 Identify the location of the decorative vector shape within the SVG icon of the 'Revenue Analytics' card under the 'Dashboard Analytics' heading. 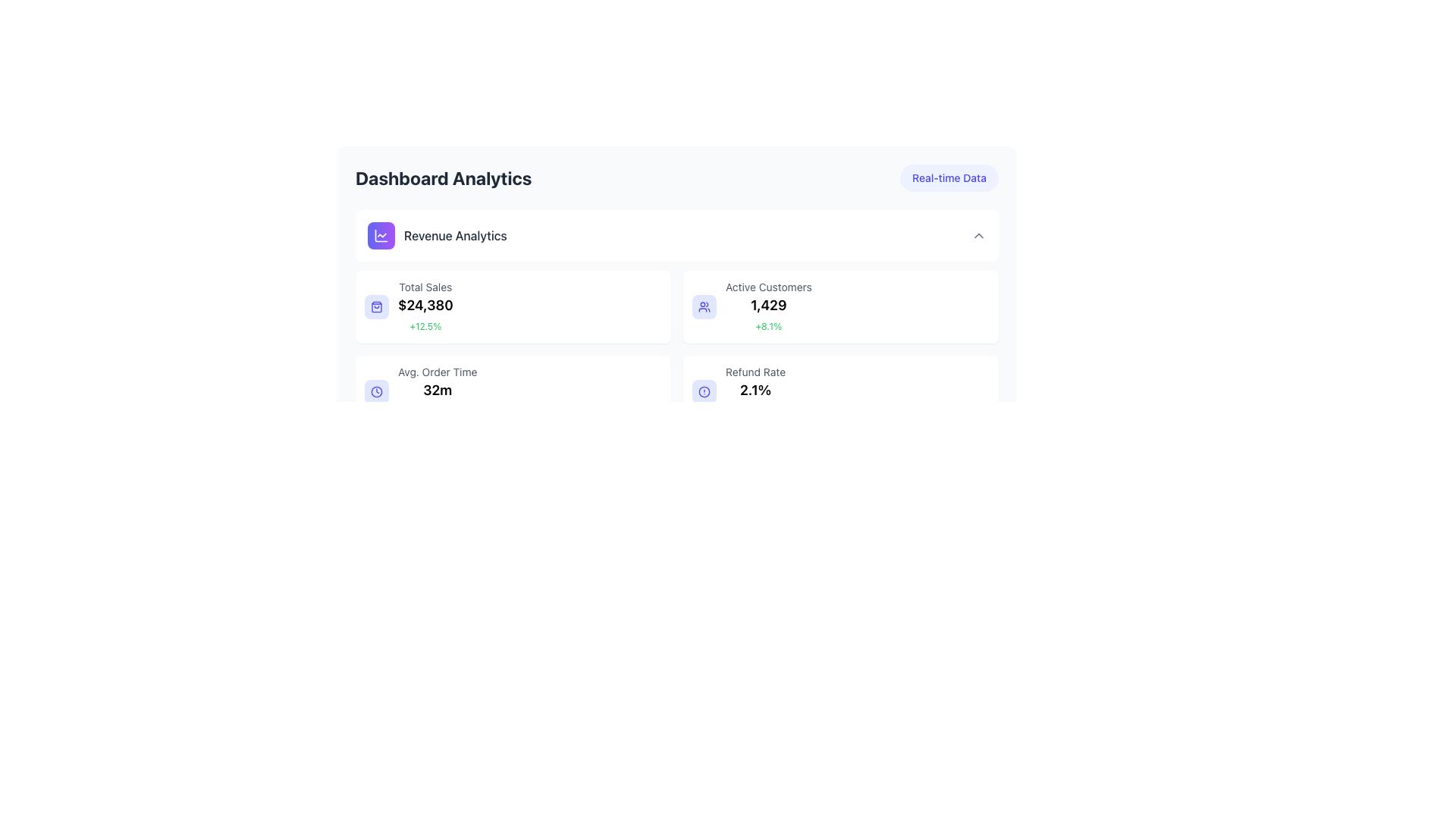
(381, 236).